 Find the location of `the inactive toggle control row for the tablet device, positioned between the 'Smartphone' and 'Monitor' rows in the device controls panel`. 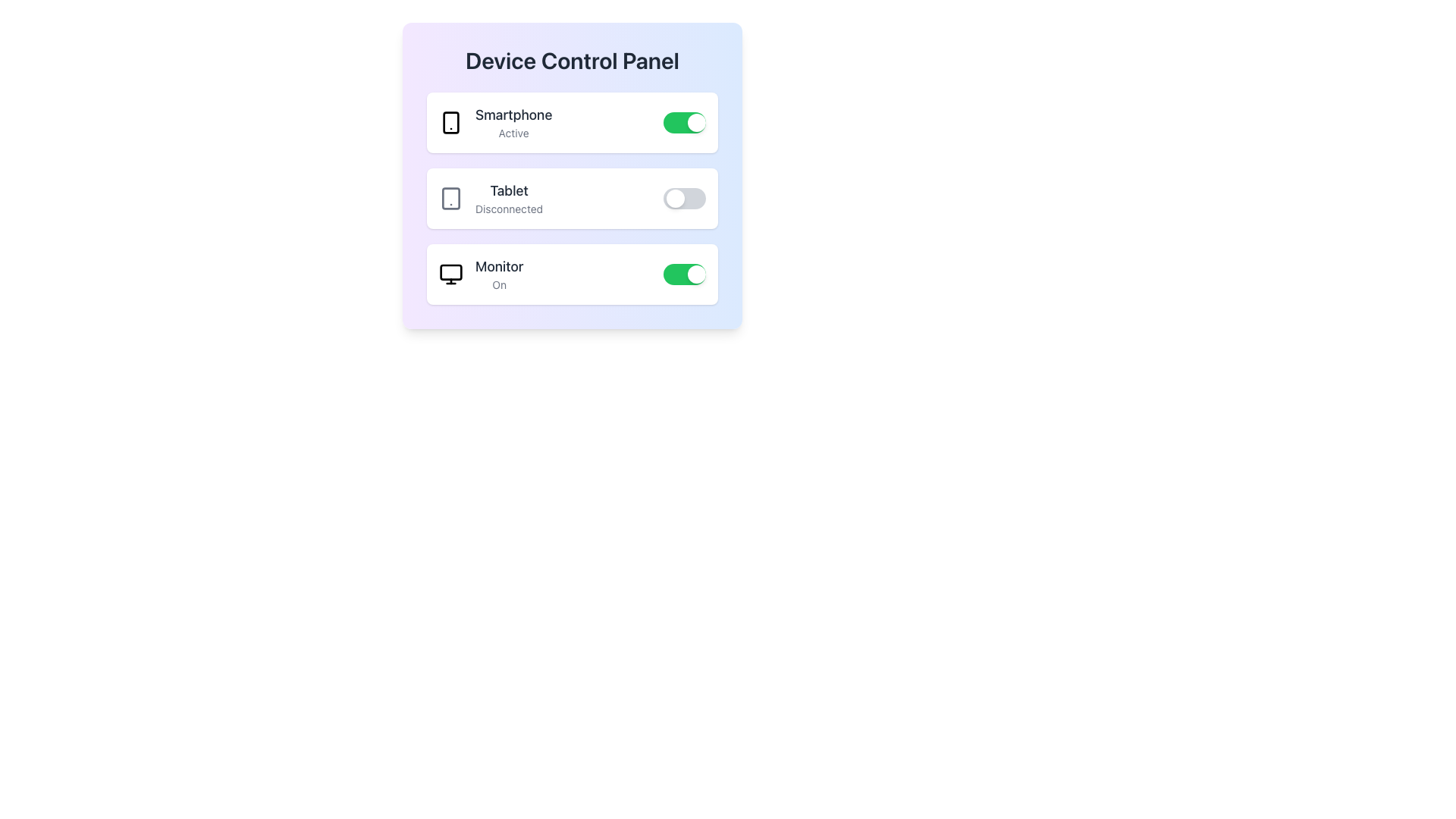

the inactive toggle control row for the tablet device, positioned between the 'Smartphone' and 'Monitor' rows in the device controls panel is located at coordinates (571, 174).